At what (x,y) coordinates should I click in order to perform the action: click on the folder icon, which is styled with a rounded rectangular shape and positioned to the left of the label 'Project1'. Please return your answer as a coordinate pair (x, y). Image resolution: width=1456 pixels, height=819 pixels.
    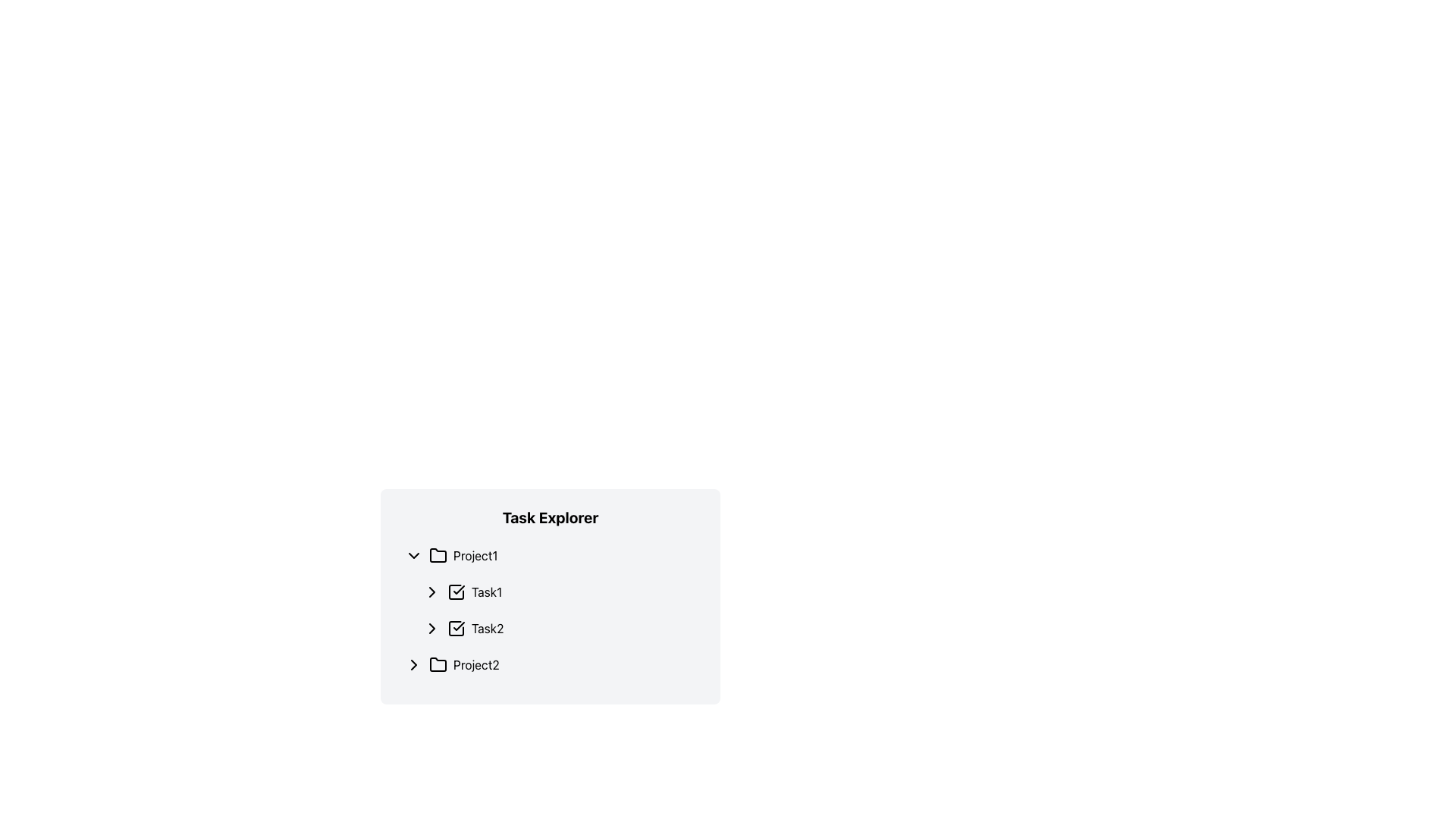
    Looking at the image, I should click on (437, 555).